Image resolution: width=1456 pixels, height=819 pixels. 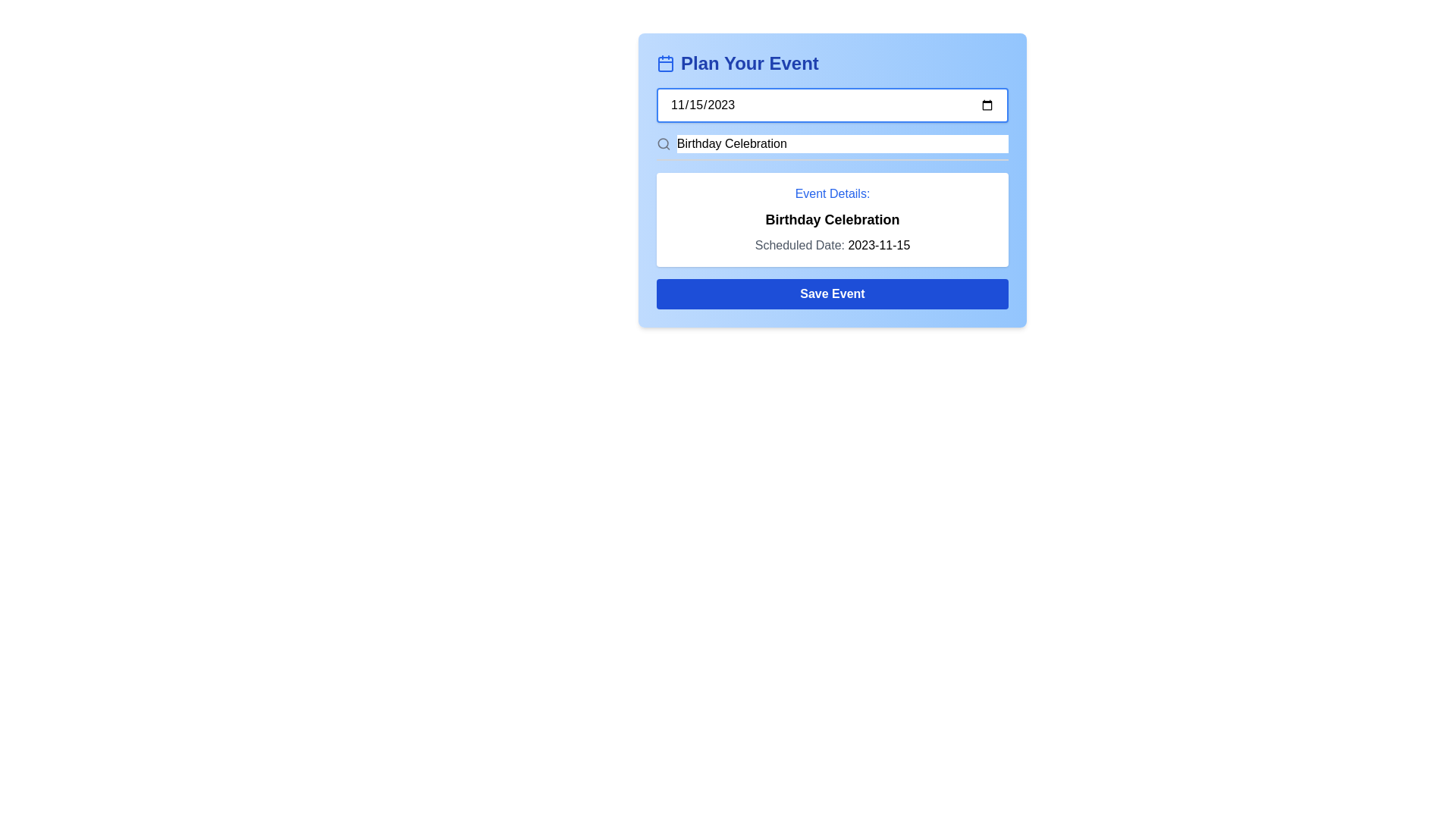 What do you see at coordinates (666, 63) in the screenshot?
I see `the vibrant blue calendar icon located in the upper-left corner of the 'Plan Your Event' form, which has a square outline with rounded corners and two short vertical lines at the top resembling binder rings` at bounding box center [666, 63].